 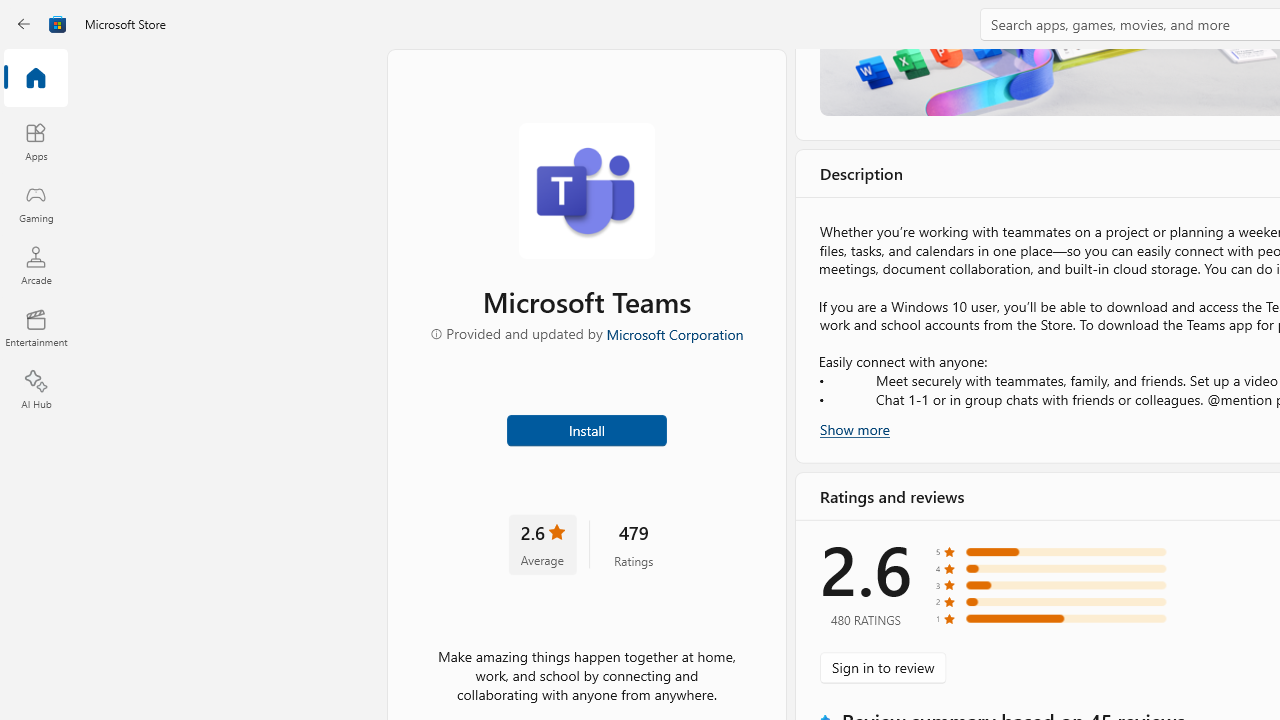 What do you see at coordinates (882, 667) in the screenshot?
I see `'Sign in to review'` at bounding box center [882, 667].